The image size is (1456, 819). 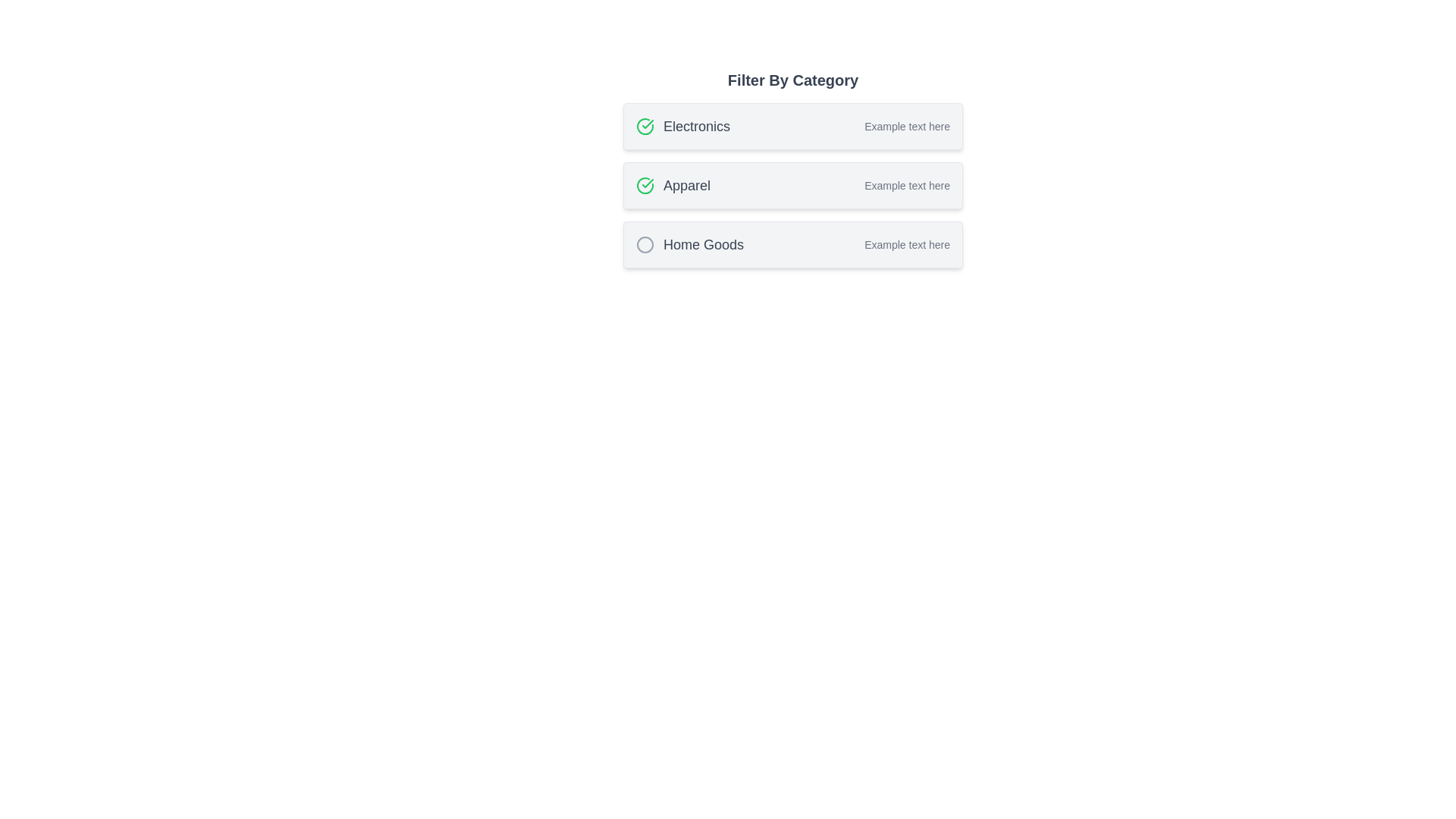 What do you see at coordinates (645, 125) in the screenshot?
I see `the status of the circular green graphic icon with a checkmark located in the second row of the categorized filter list, specifically in the 'Apparel' category entry, to the left of the text 'Apparel'` at bounding box center [645, 125].